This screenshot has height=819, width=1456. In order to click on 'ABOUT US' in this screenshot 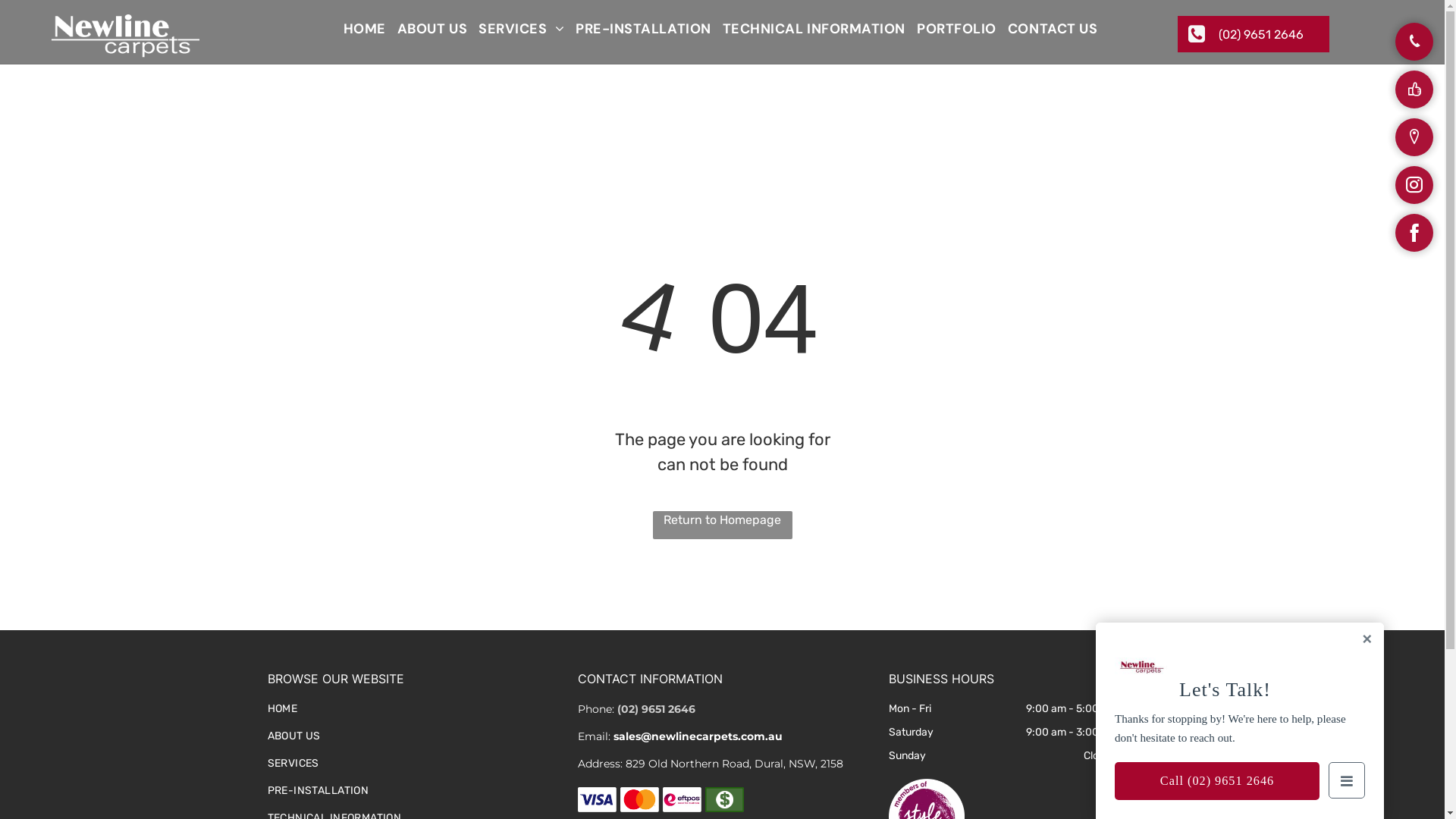, I will do `click(425, 29)`.